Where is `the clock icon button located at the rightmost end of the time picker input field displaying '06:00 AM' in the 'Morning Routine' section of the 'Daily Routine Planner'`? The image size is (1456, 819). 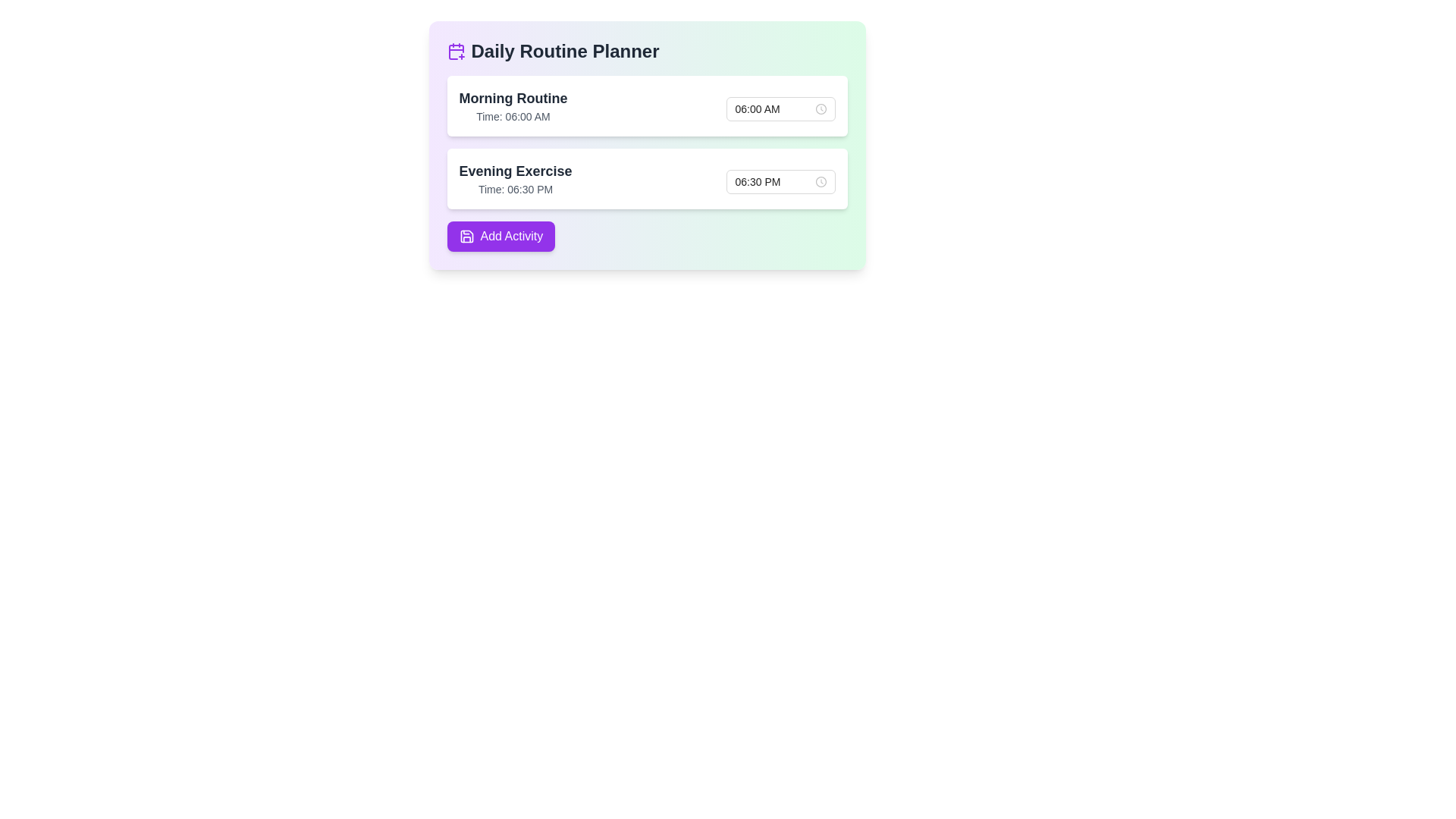 the clock icon button located at the rightmost end of the time picker input field displaying '06:00 AM' in the 'Morning Routine' section of the 'Daily Routine Planner' is located at coordinates (820, 108).